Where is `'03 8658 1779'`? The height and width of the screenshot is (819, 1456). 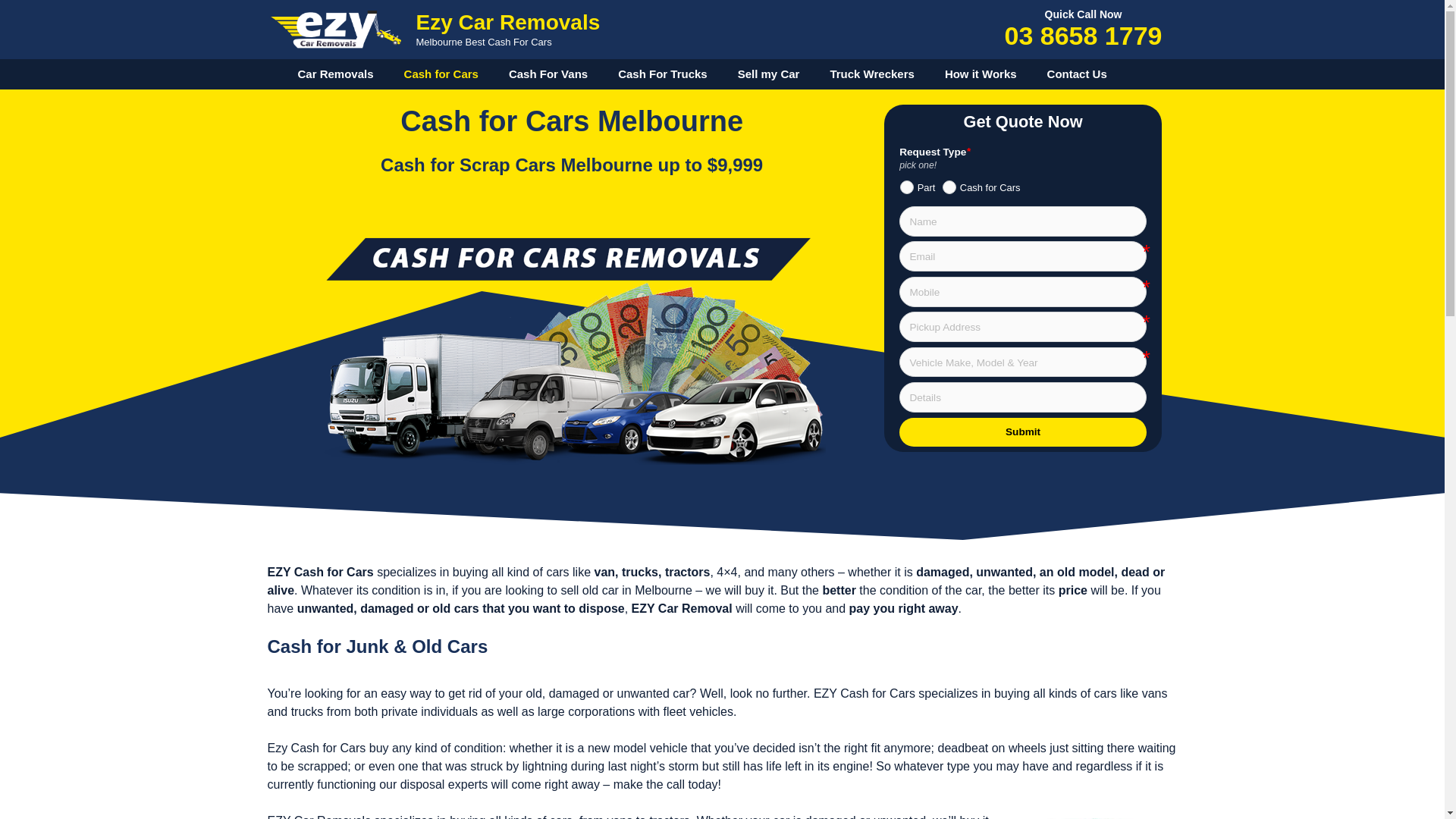
'03 8658 1779' is located at coordinates (1083, 34).